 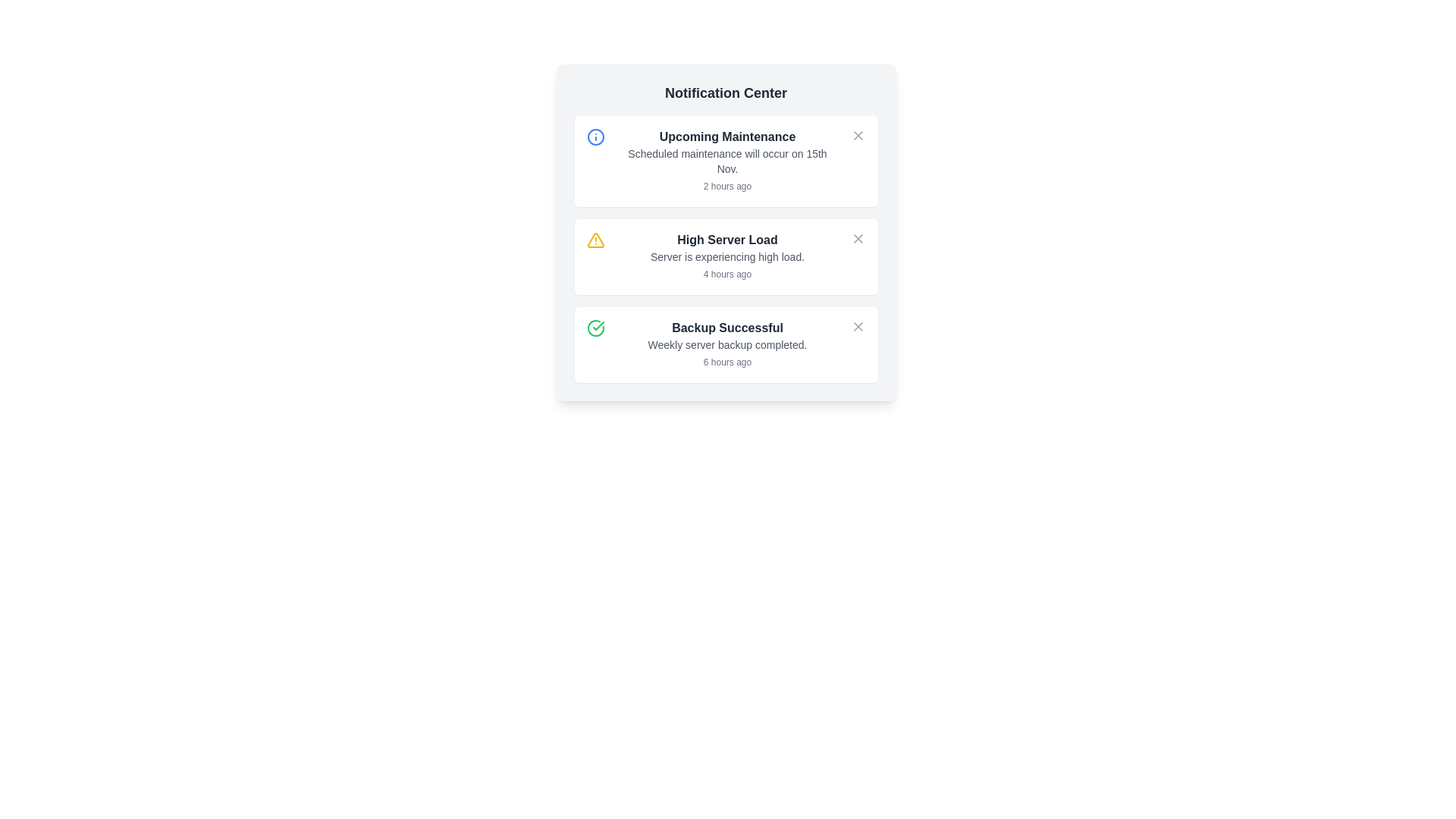 I want to click on the notification title label, which is the topmost text element in a group of three sibling texts inside the notification card located in the Notification Center, so click(x=726, y=239).